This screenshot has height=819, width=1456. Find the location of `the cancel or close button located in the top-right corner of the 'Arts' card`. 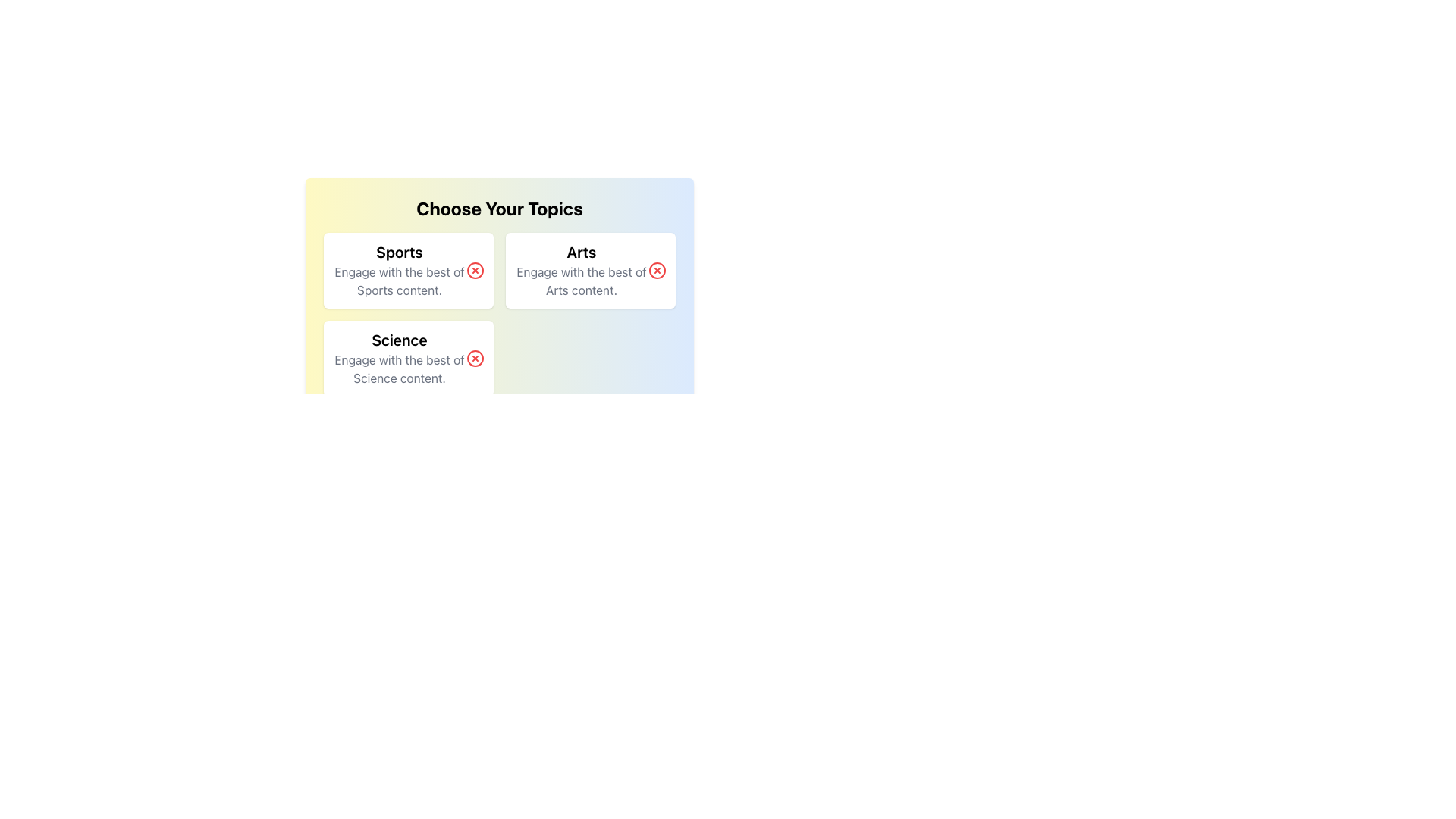

the cancel or close button located in the top-right corner of the 'Arts' card is located at coordinates (657, 270).